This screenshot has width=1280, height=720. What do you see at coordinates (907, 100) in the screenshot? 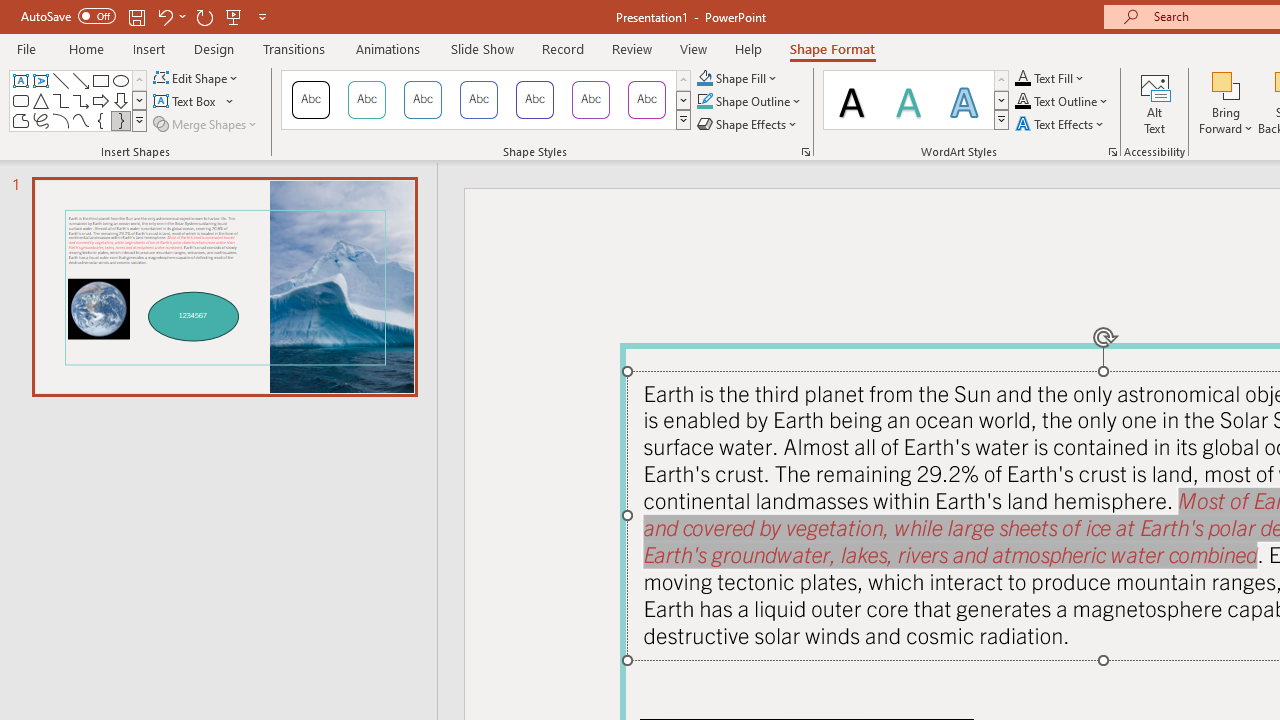
I see `'Fill: Teal, Accent color 1; Shadow'` at bounding box center [907, 100].